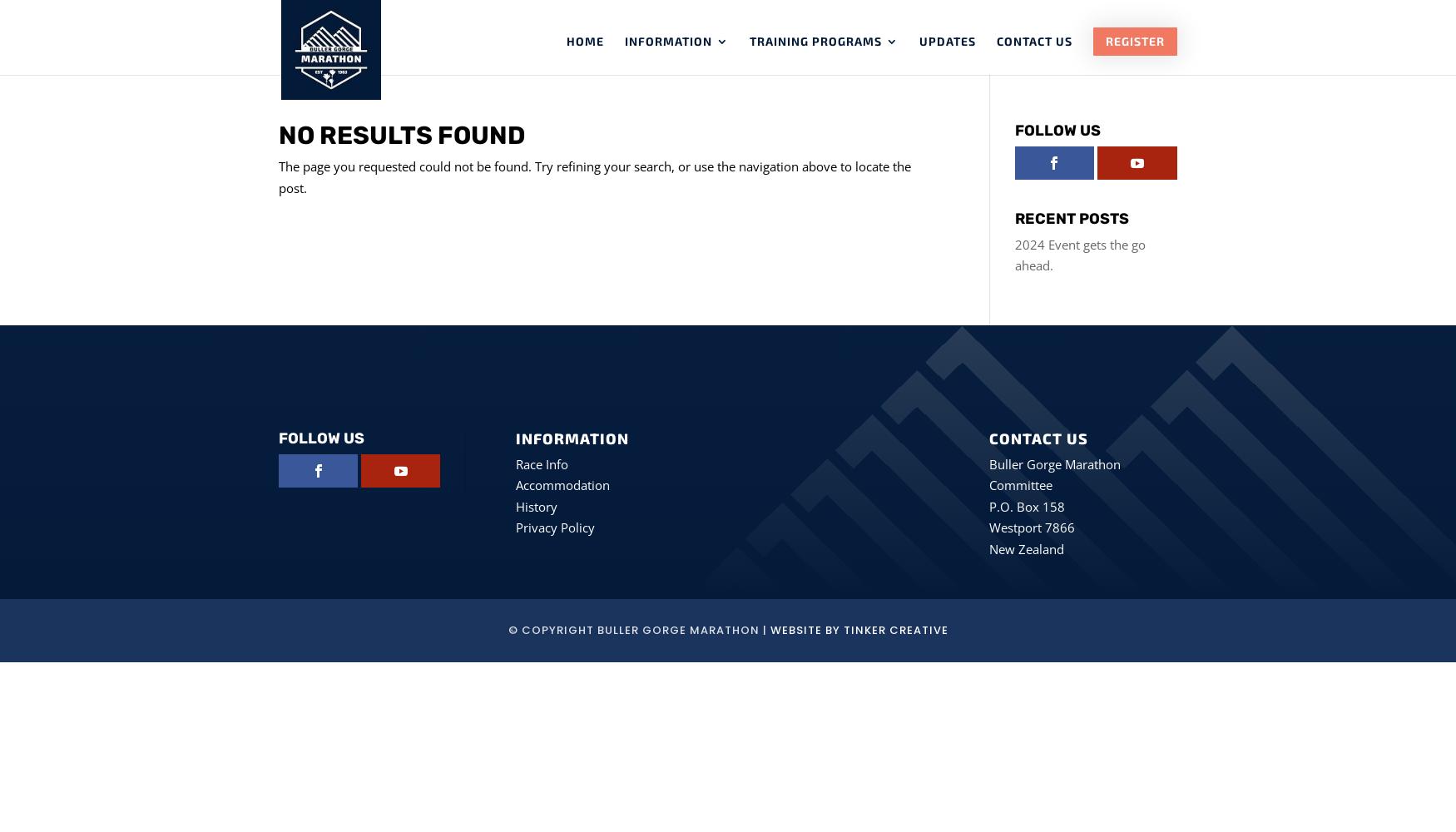 This screenshot has width=1456, height=832. What do you see at coordinates (919, 41) in the screenshot?
I see `'Updates'` at bounding box center [919, 41].